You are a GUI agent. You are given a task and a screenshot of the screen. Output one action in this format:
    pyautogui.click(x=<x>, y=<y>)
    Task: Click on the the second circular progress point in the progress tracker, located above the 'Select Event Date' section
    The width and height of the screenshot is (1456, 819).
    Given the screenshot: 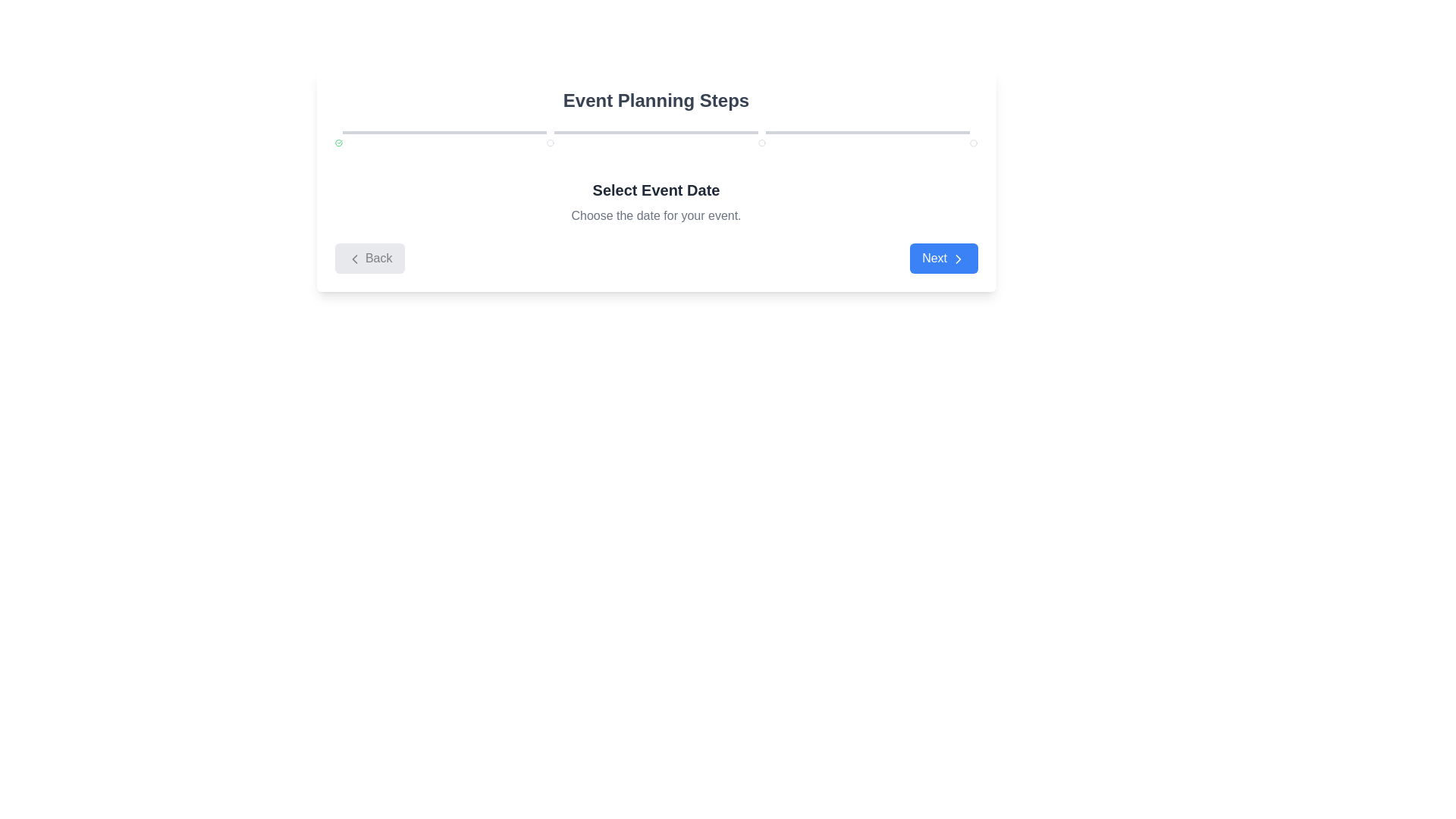 What is the action you would take?
    pyautogui.click(x=549, y=143)
    